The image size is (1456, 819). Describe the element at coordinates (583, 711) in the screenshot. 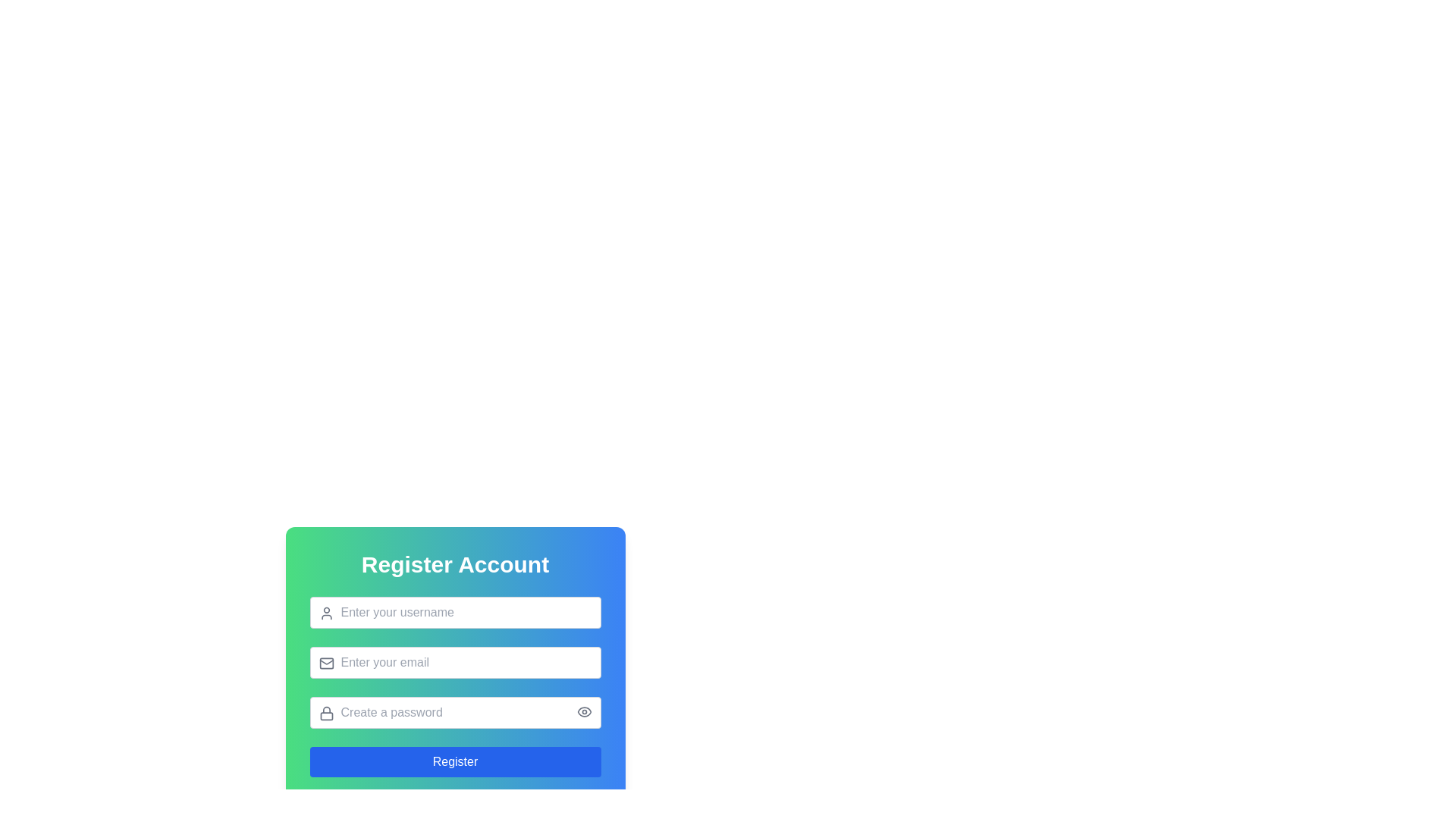

I see `the eye icon button located at the top-right corner of the password input field` at that location.